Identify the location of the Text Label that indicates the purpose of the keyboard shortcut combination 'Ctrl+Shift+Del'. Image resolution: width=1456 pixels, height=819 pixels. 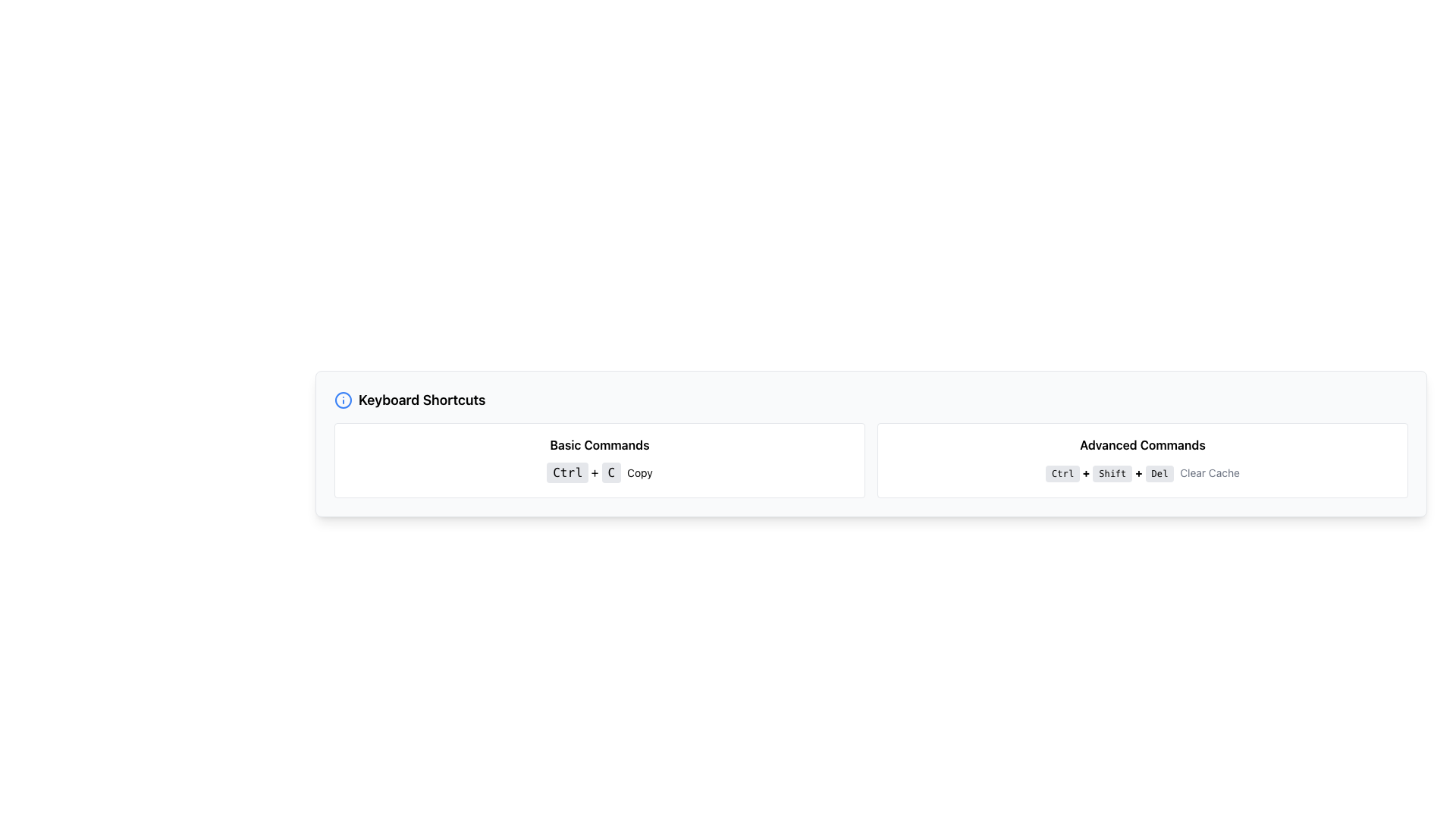
(1209, 472).